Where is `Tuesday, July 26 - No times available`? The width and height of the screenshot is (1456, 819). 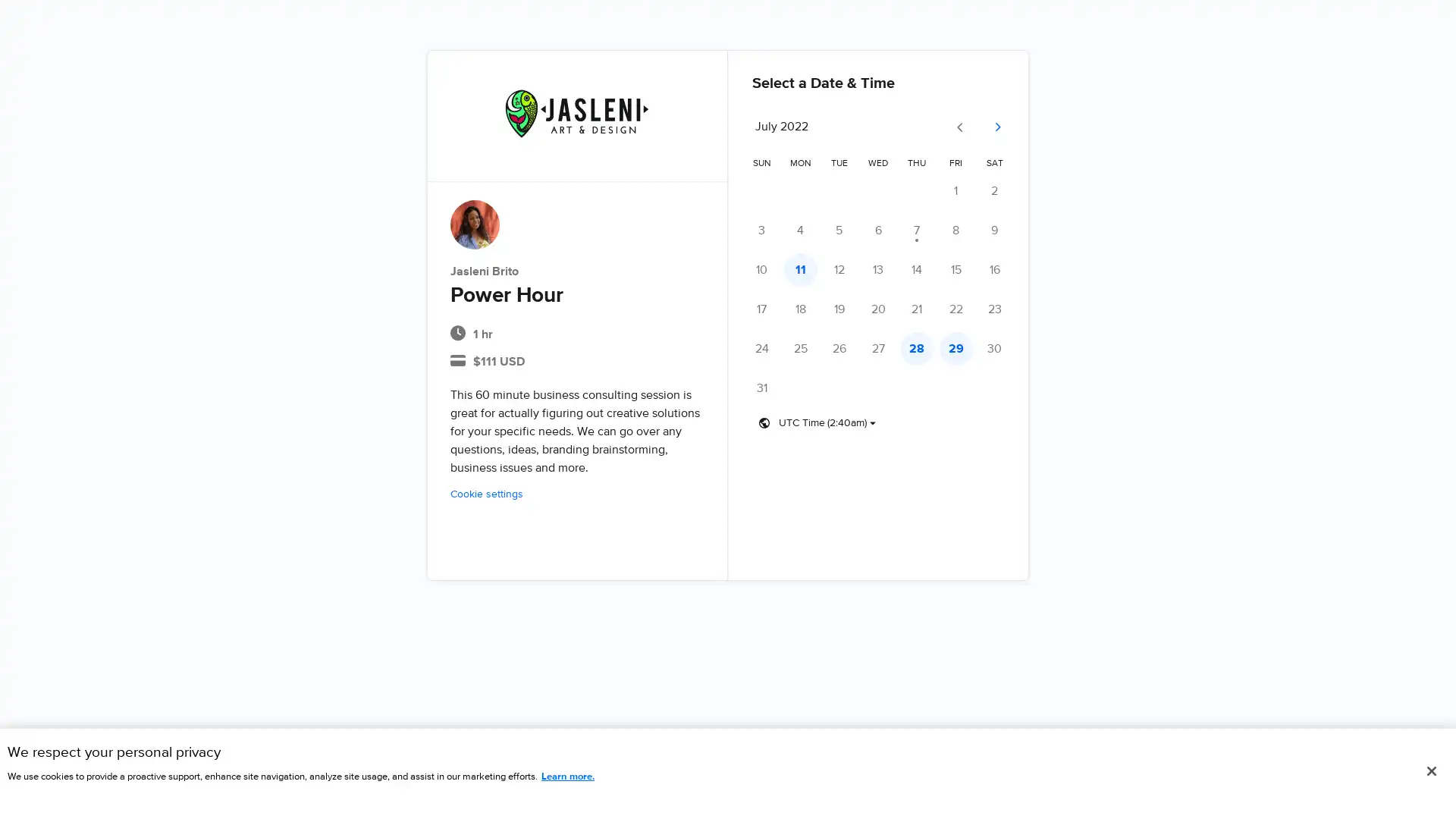
Tuesday, July 26 - No times available is located at coordinates (839, 348).